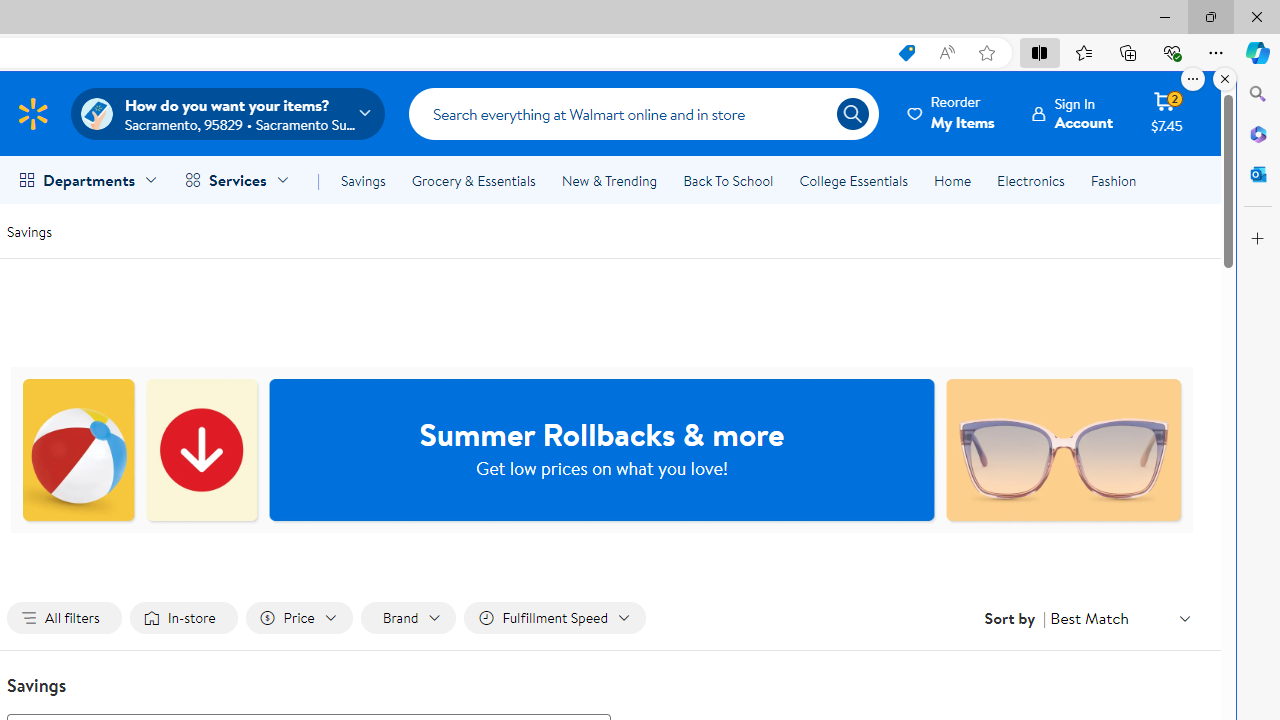  What do you see at coordinates (1072, 113) in the screenshot?
I see `'Sign In Account'` at bounding box center [1072, 113].